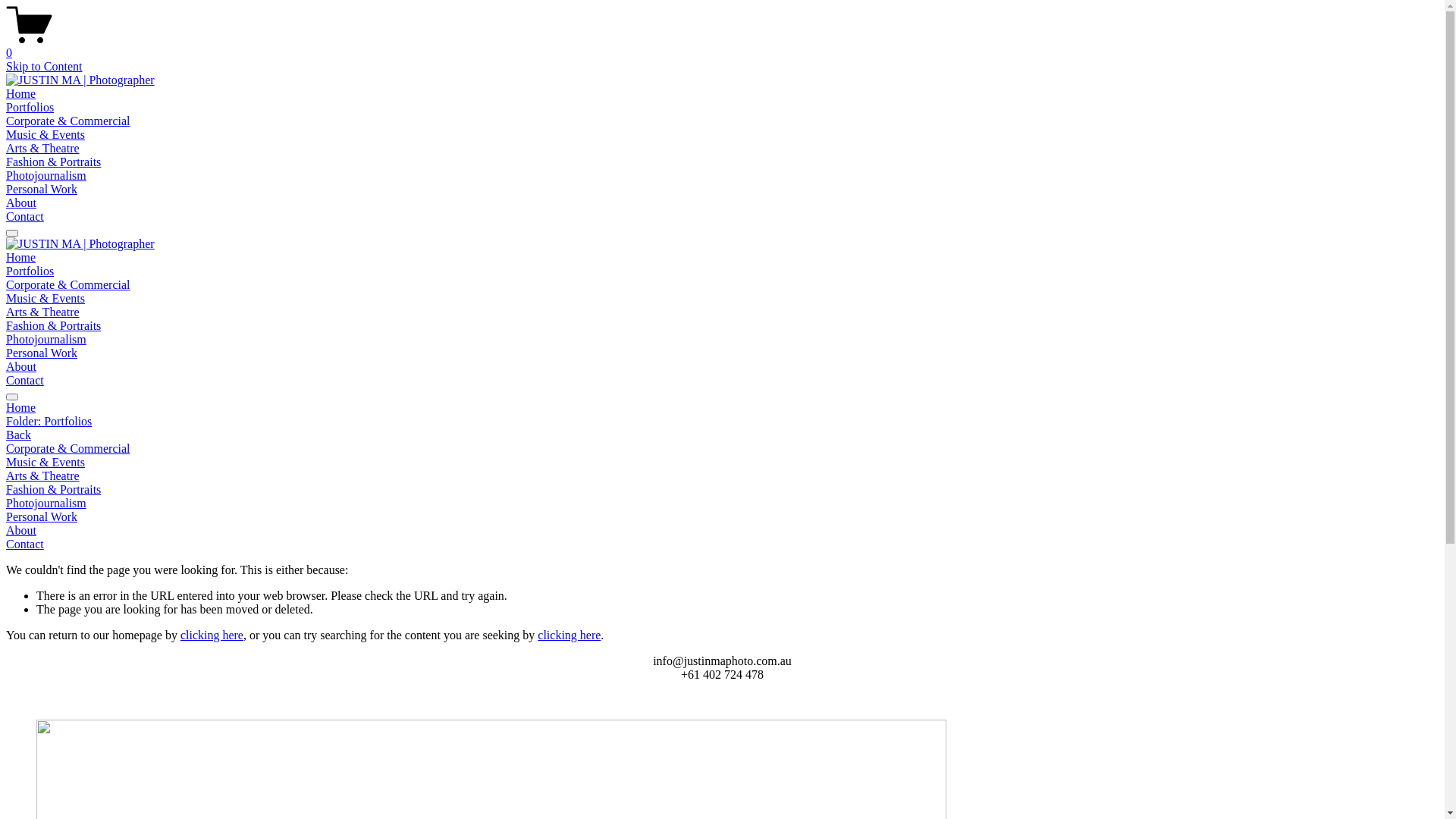  What do you see at coordinates (20, 256) in the screenshot?
I see `'Home'` at bounding box center [20, 256].